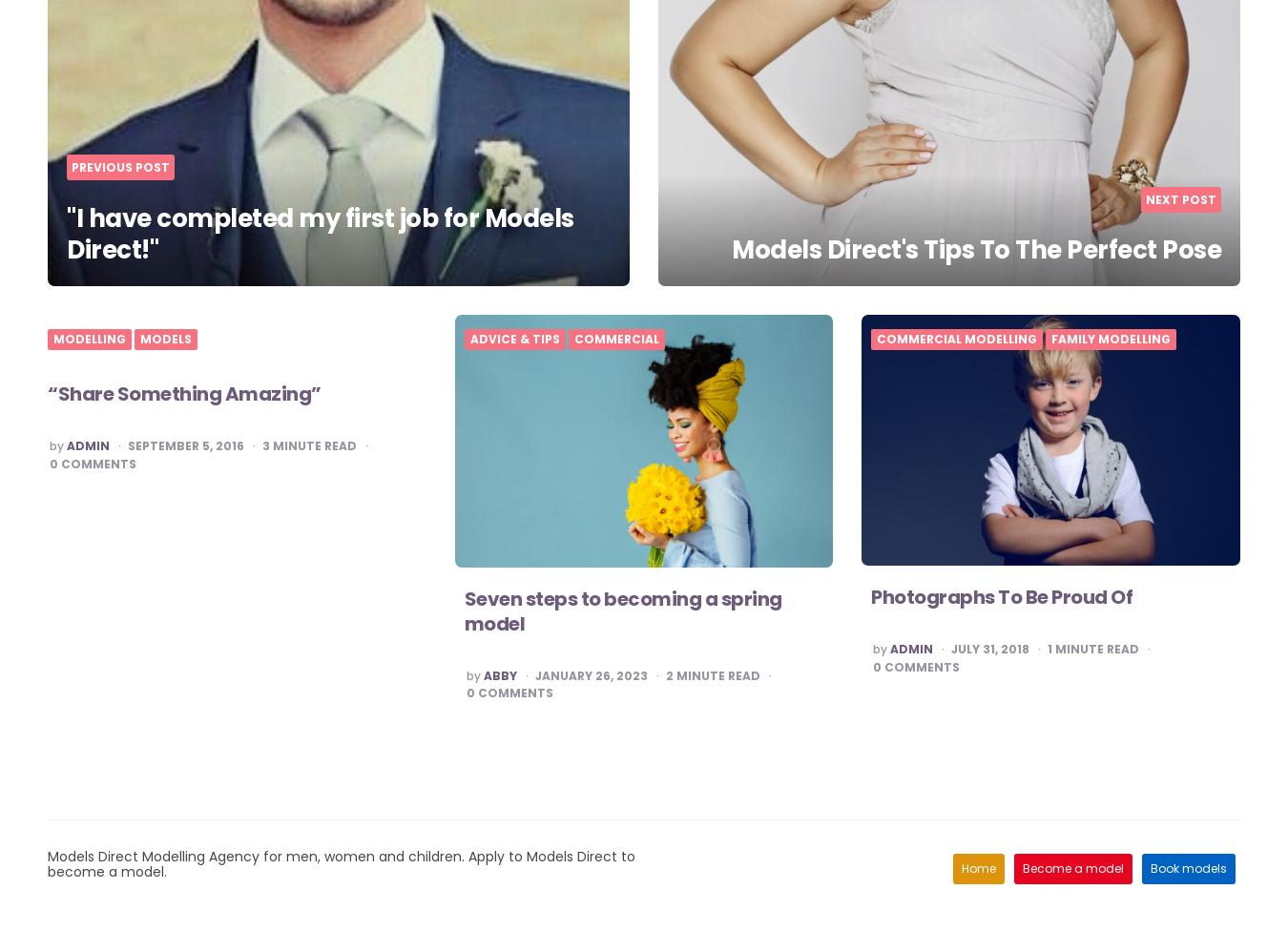 This screenshot has width=1288, height=931. I want to click on '2', so click(664, 673).